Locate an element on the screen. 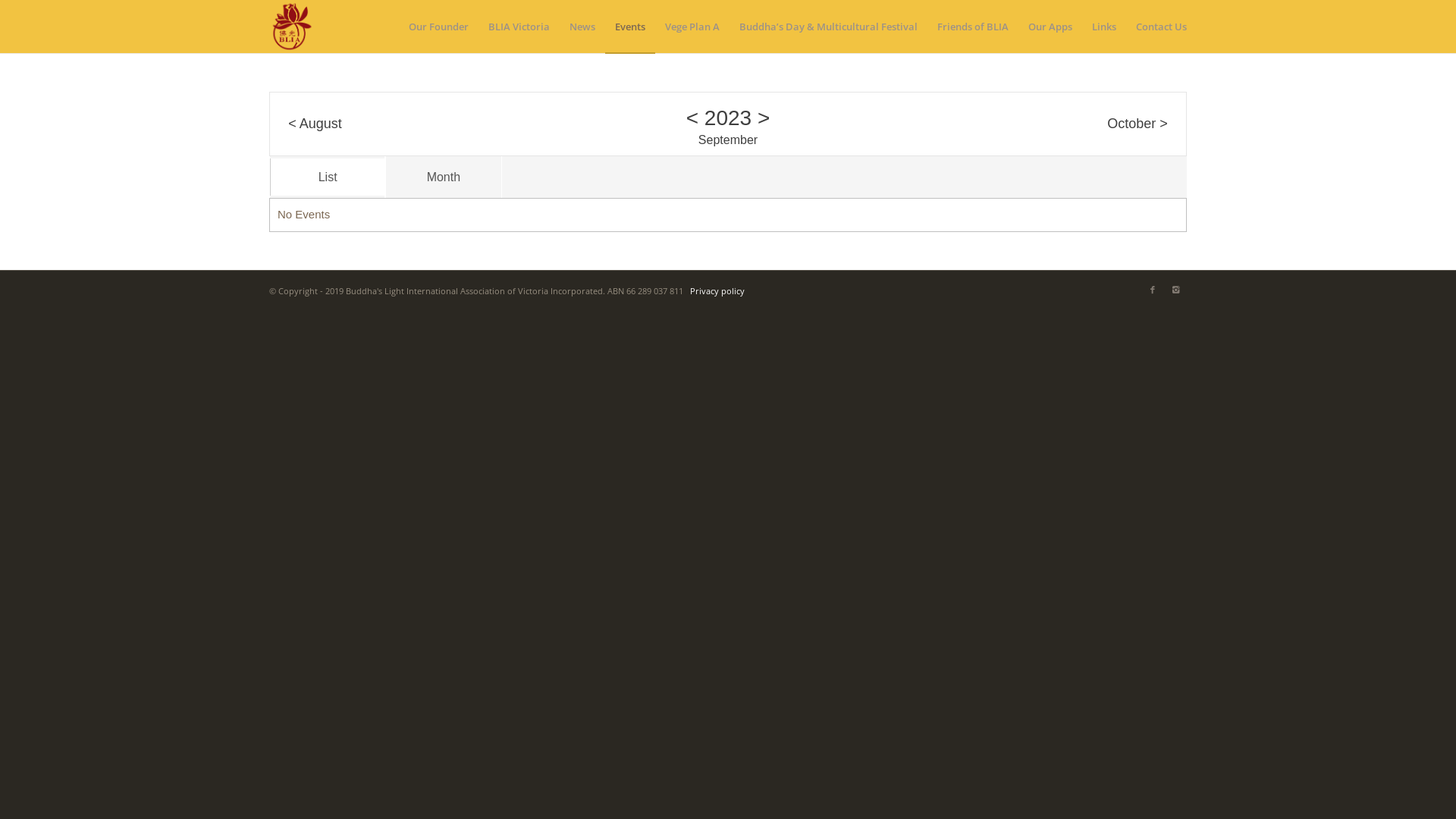  'Friends of BLIA' is located at coordinates (972, 26).